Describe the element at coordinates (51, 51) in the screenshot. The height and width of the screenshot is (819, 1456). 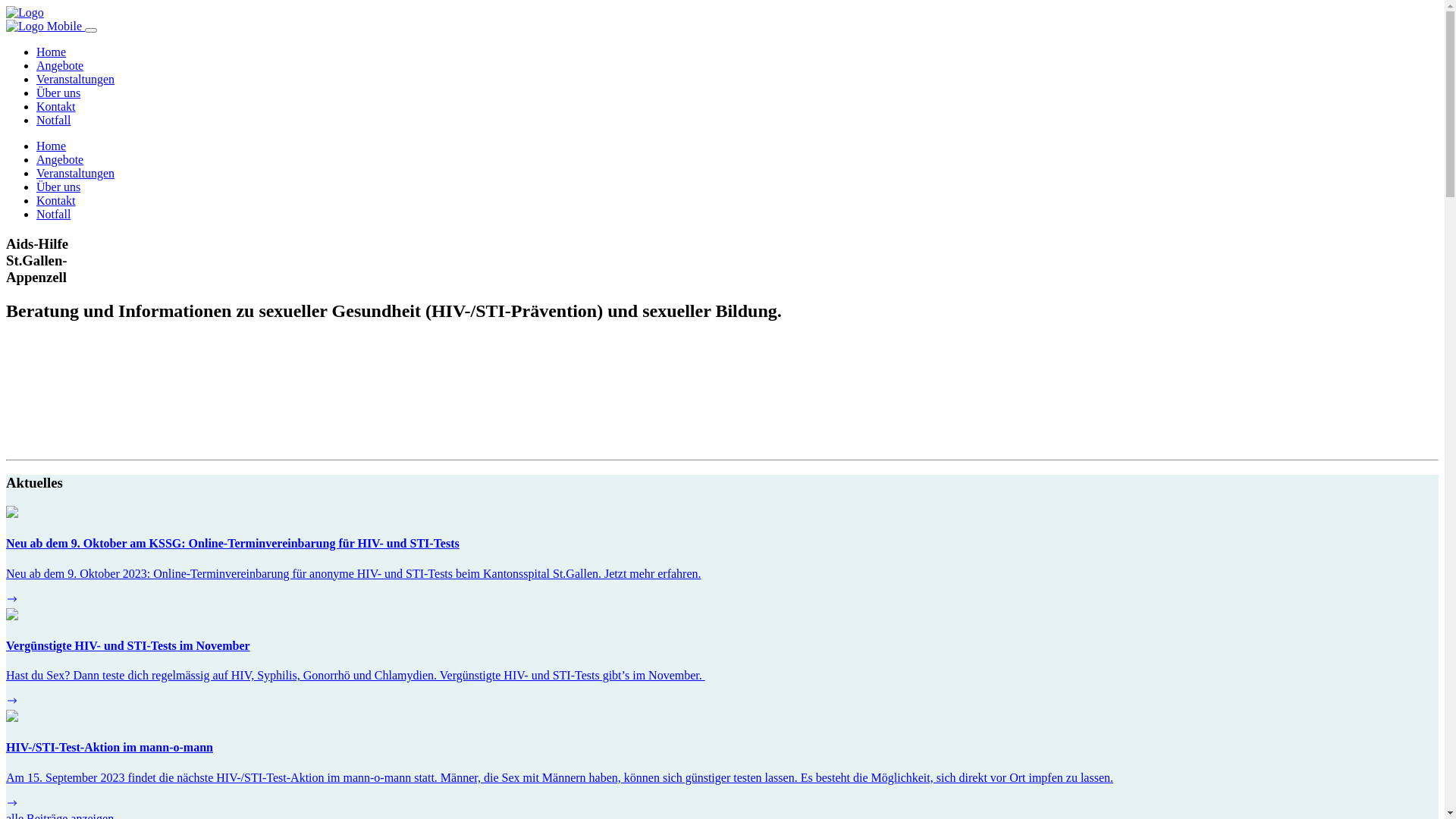
I see `'Home'` at that location.